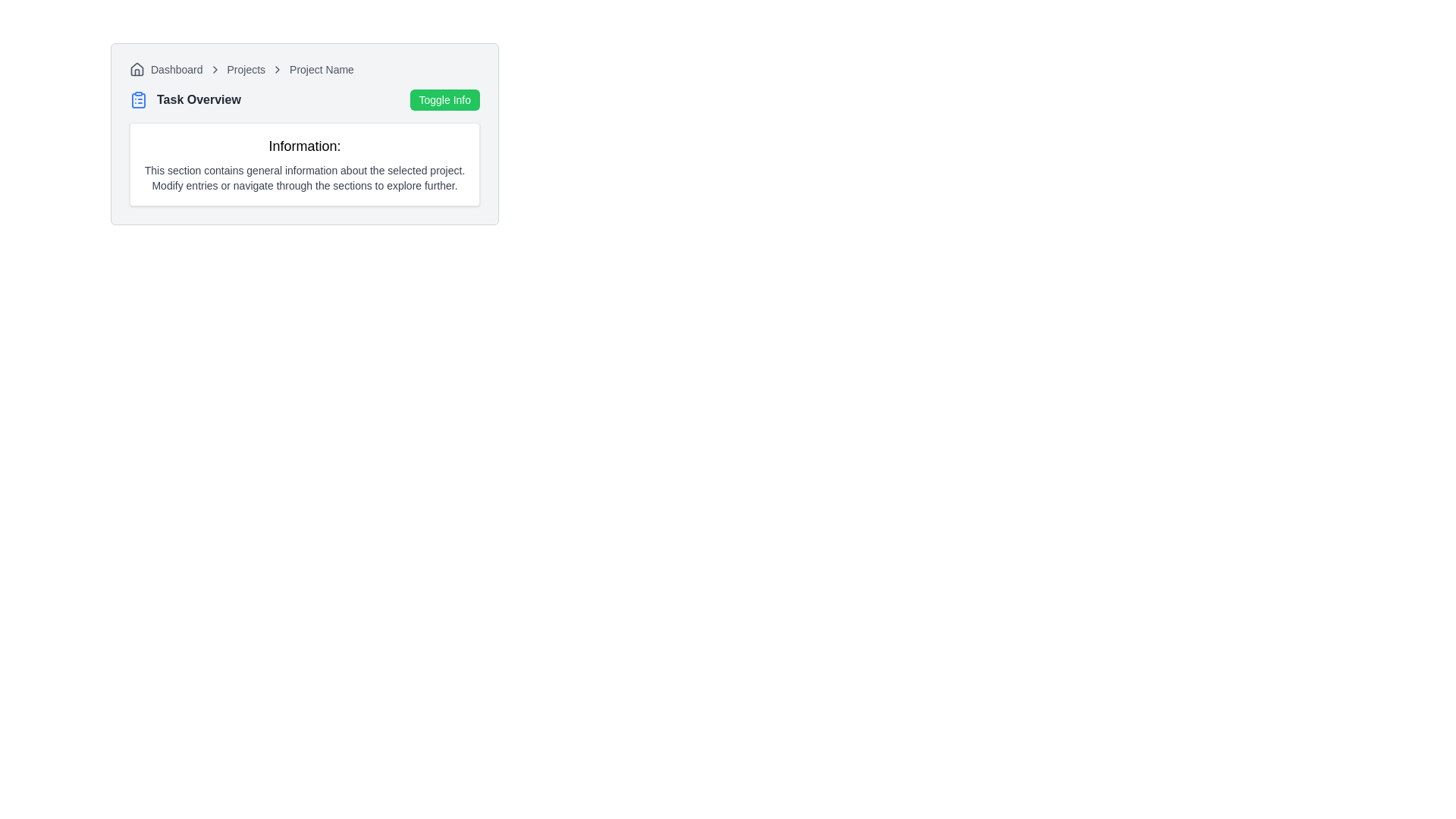 Image resolution: width=1456 pixels, height=819 pixels. I want to click on the small home icon styled with an outline design located to the very left within the breadcrumb navigation bar, so click(137, 70).